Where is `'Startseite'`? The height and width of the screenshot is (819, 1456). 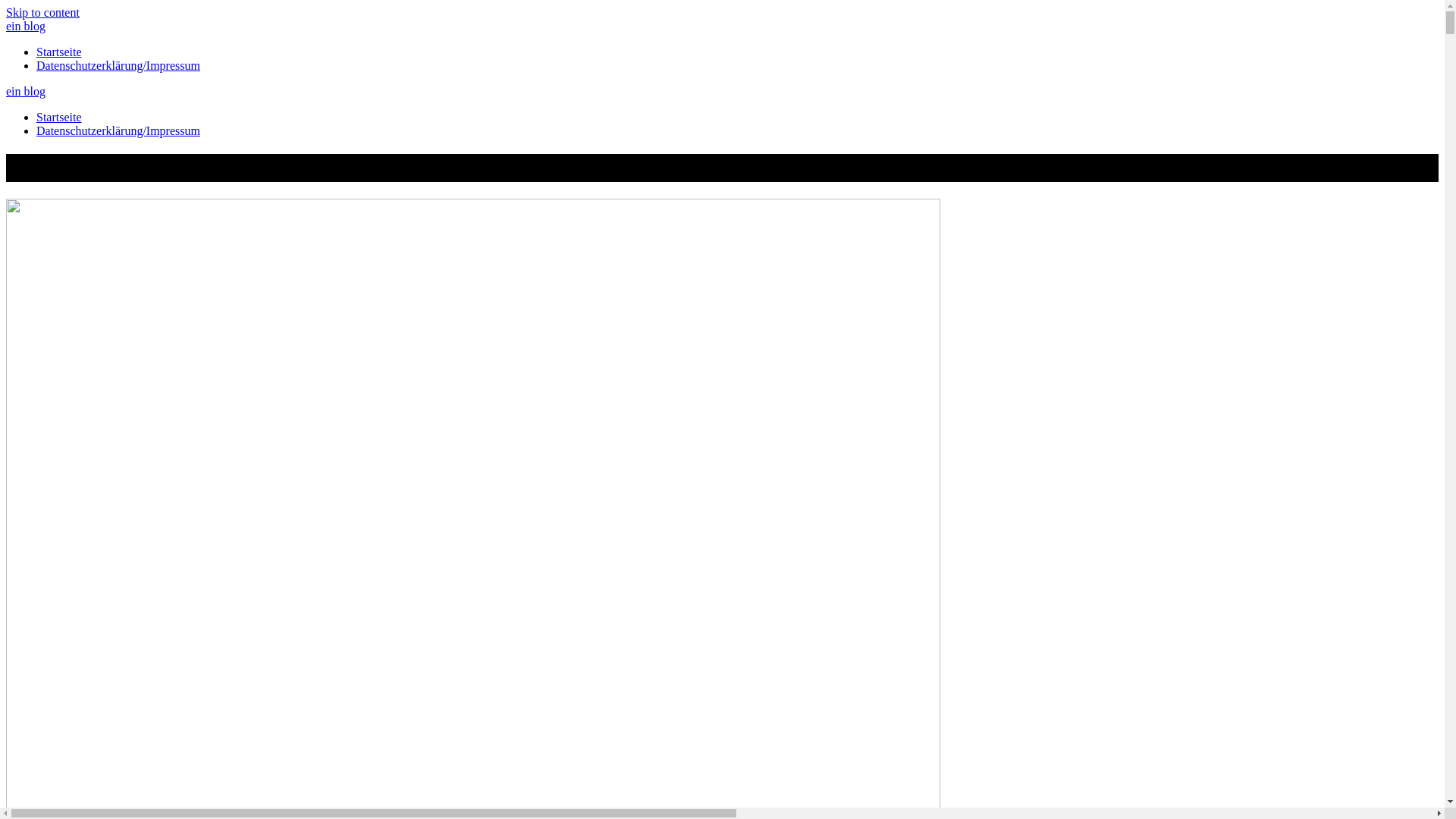
'Startseite' is located at coordinates (58, 116).